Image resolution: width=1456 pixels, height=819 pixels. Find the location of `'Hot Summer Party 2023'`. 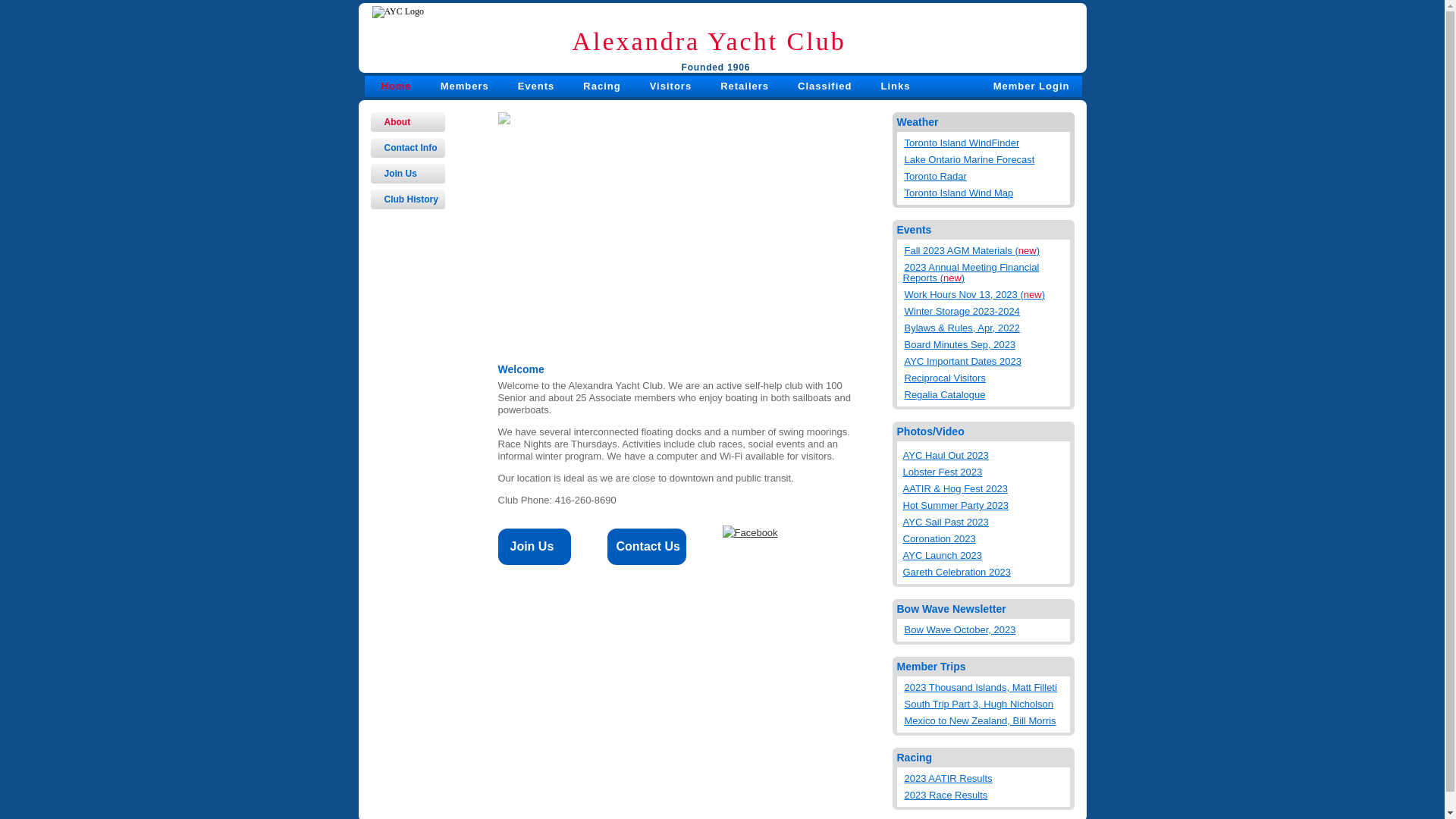

'Hot Summer Party 2023' is located at coordinates (902, 506).